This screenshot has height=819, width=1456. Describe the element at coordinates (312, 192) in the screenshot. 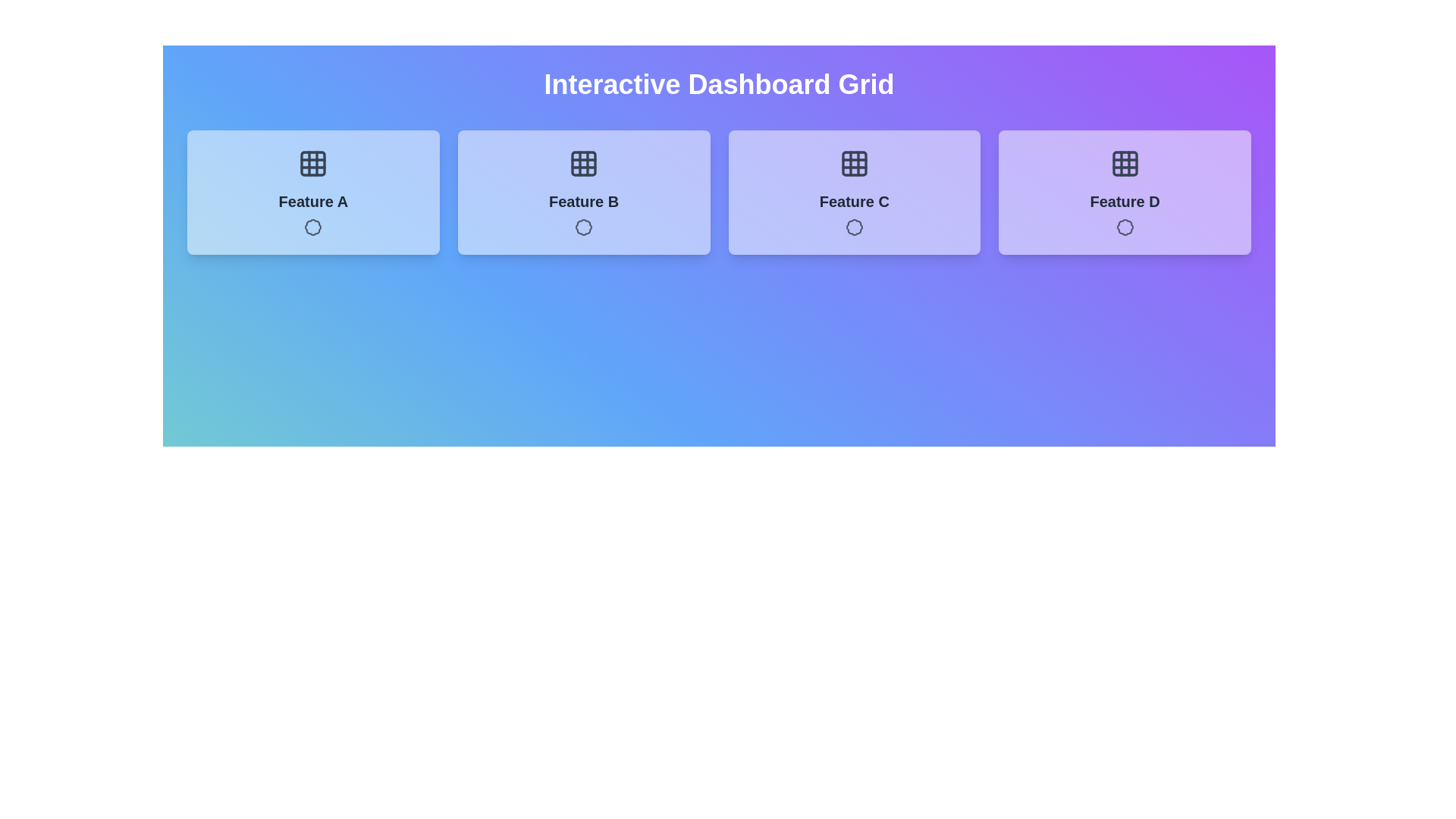

I see `the interactive Card element titled 'Feature A', which is the first card in a grid layout located in the top-left corner` at that location.